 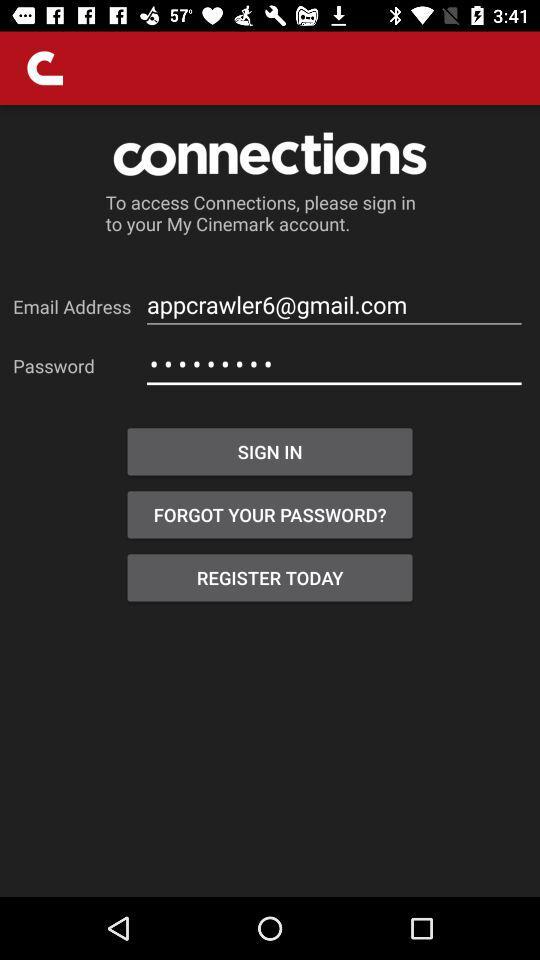 I want to click on the forgot your password? icon, so click(x=270, y=513).